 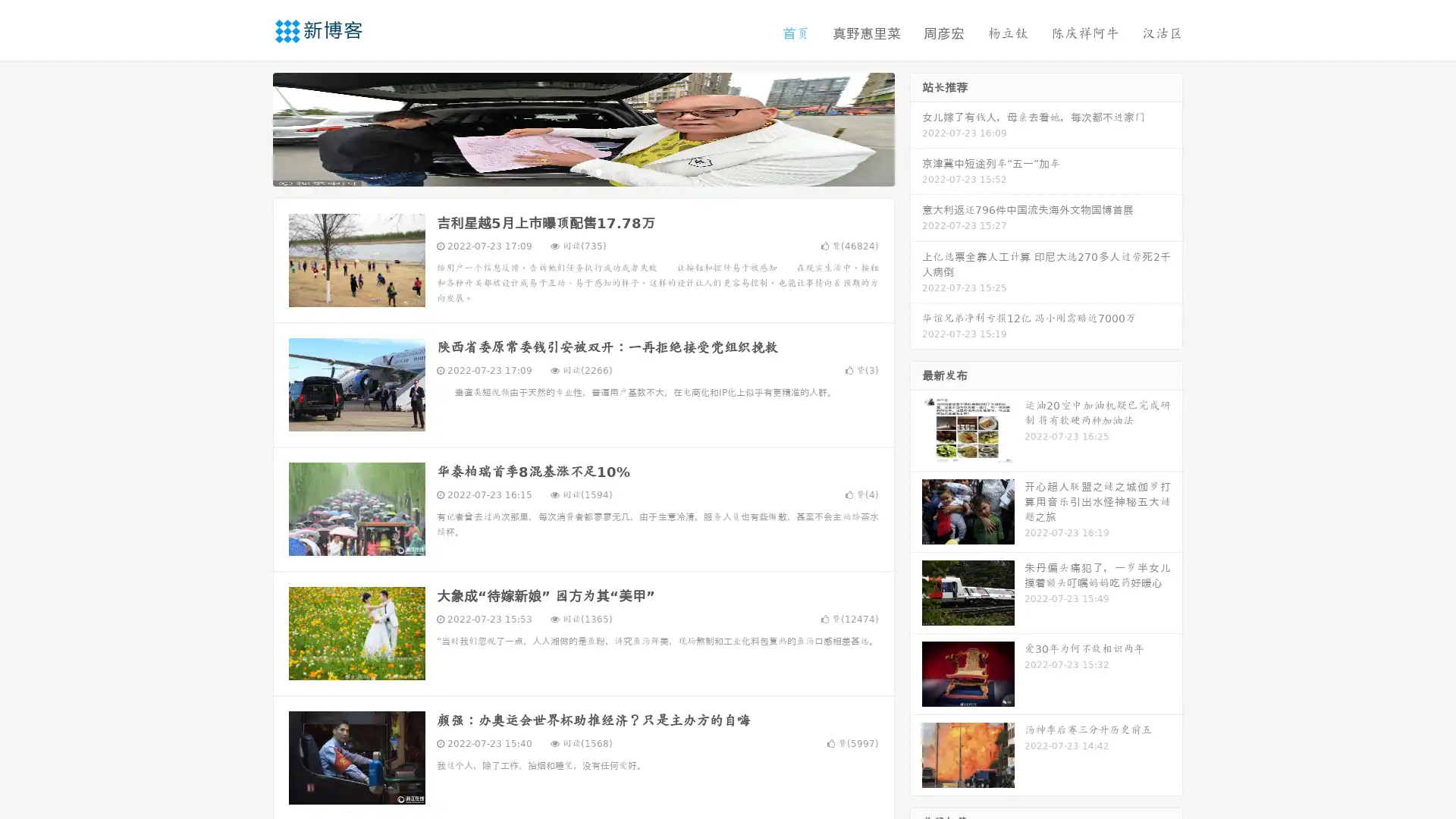 What do you see at coordinates (567, 171) in the screenshot?
I see `Go to slide 1` at bounding box center [567, 171].